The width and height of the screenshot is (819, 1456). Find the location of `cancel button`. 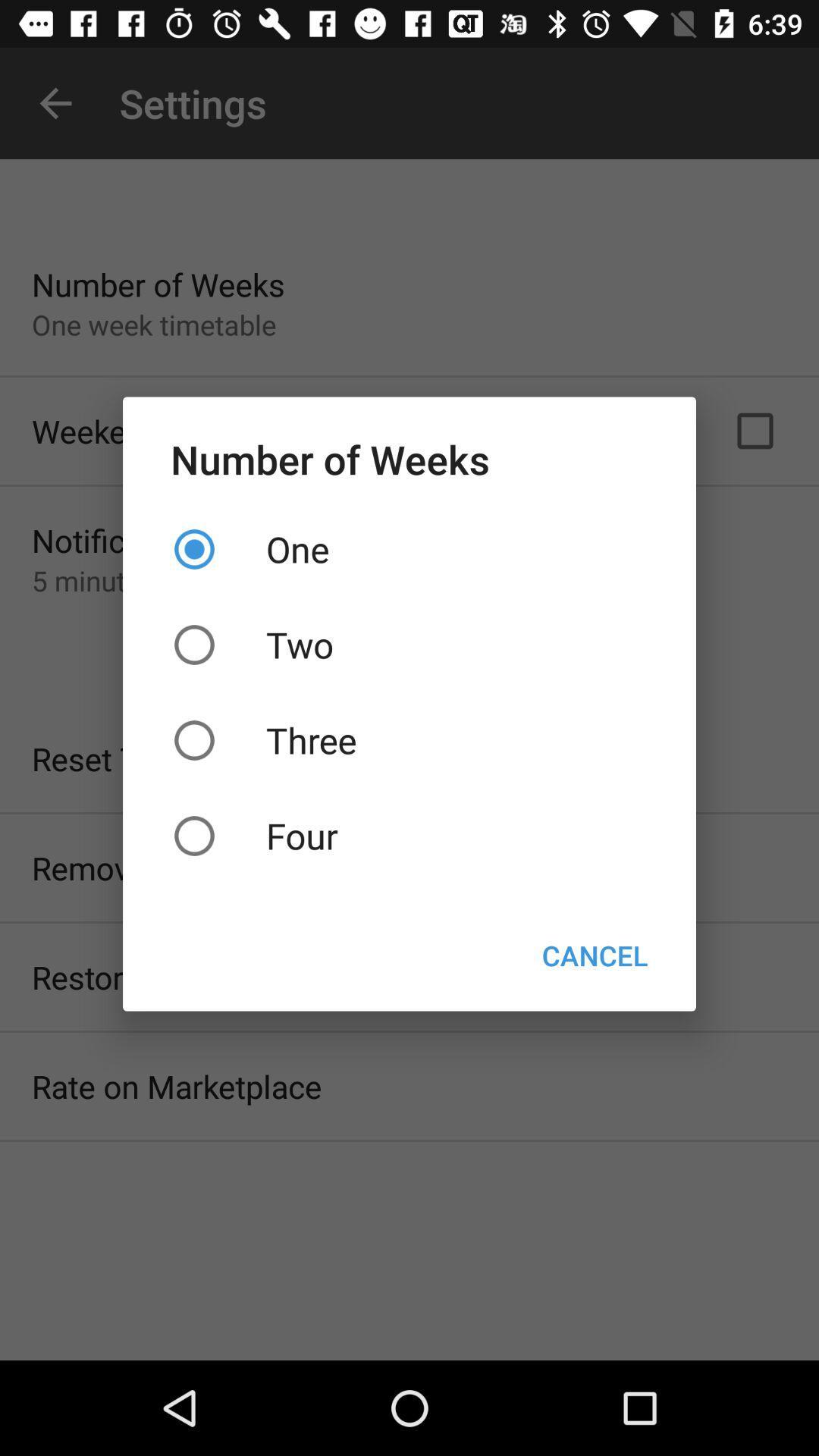

cancel button is located at coordinates (594, 954).